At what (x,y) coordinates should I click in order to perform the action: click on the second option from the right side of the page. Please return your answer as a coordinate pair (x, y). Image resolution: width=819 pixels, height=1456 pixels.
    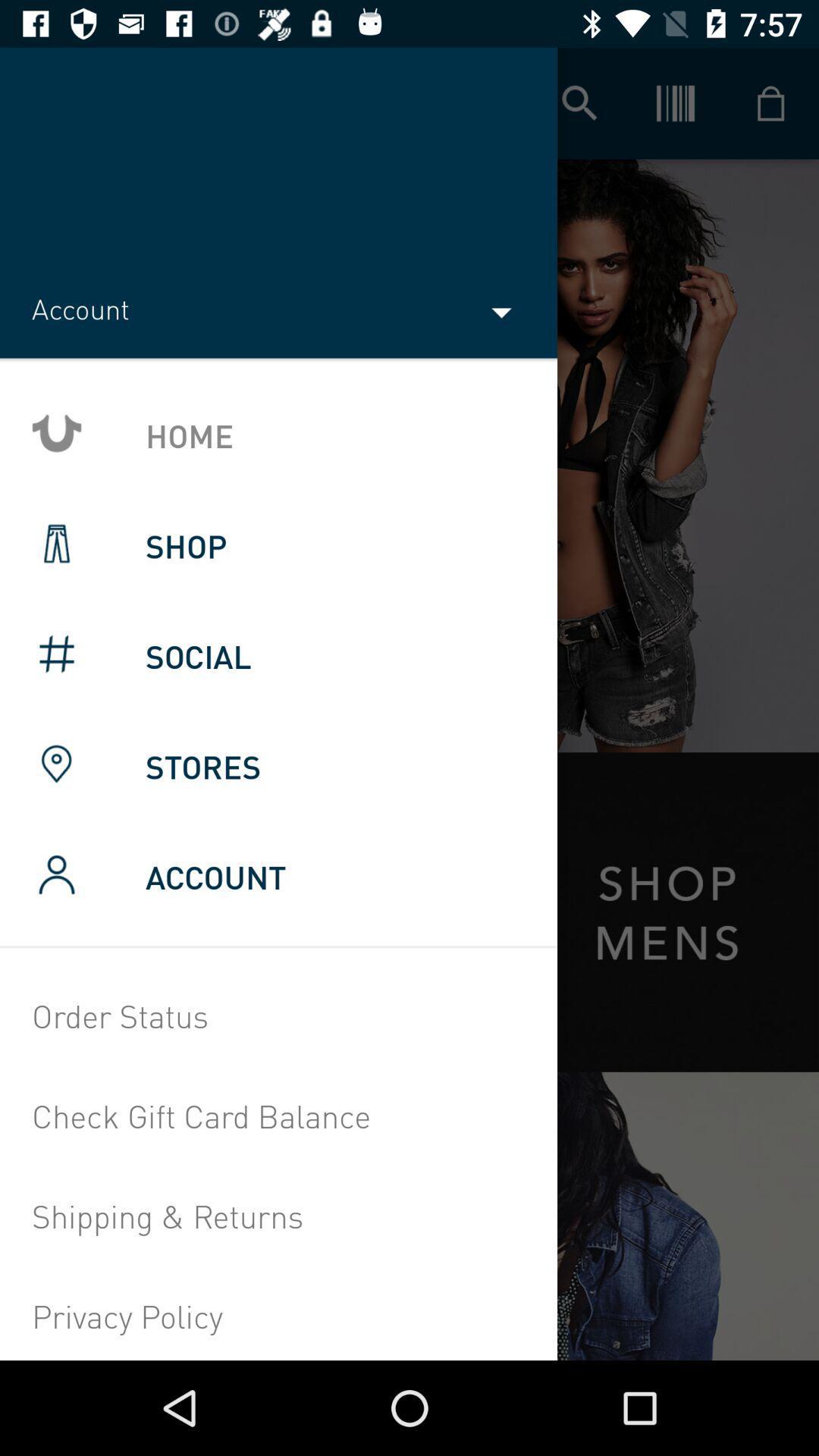
    Looking at the image, I should click on (675, 103).